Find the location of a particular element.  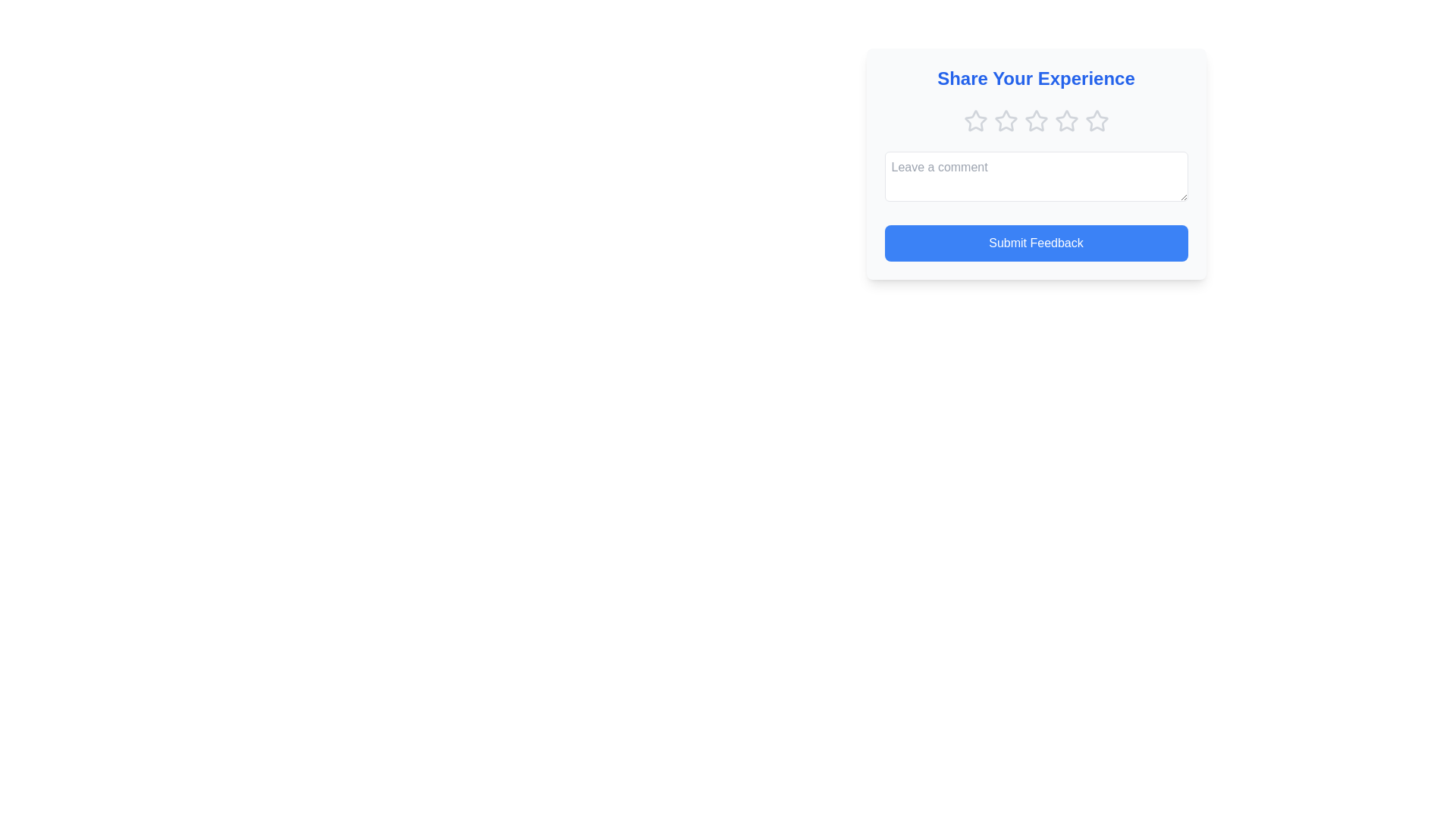

the second star icon from the left in the rating options located below 'Share Your Experience' is located at coordinates (1005, 119).